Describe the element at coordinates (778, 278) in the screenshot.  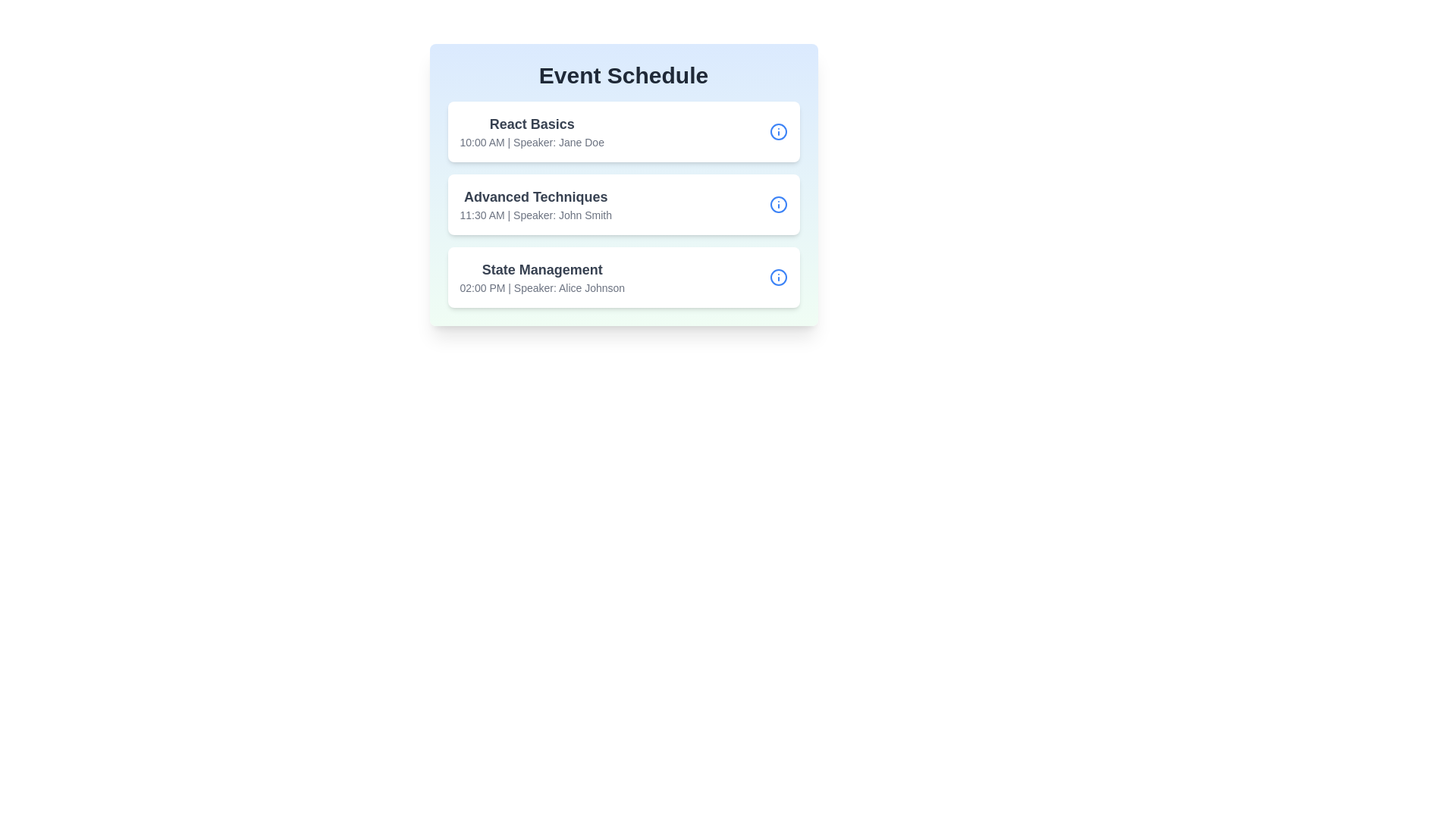
I see `the information button for the session 'State Management'` at that location.